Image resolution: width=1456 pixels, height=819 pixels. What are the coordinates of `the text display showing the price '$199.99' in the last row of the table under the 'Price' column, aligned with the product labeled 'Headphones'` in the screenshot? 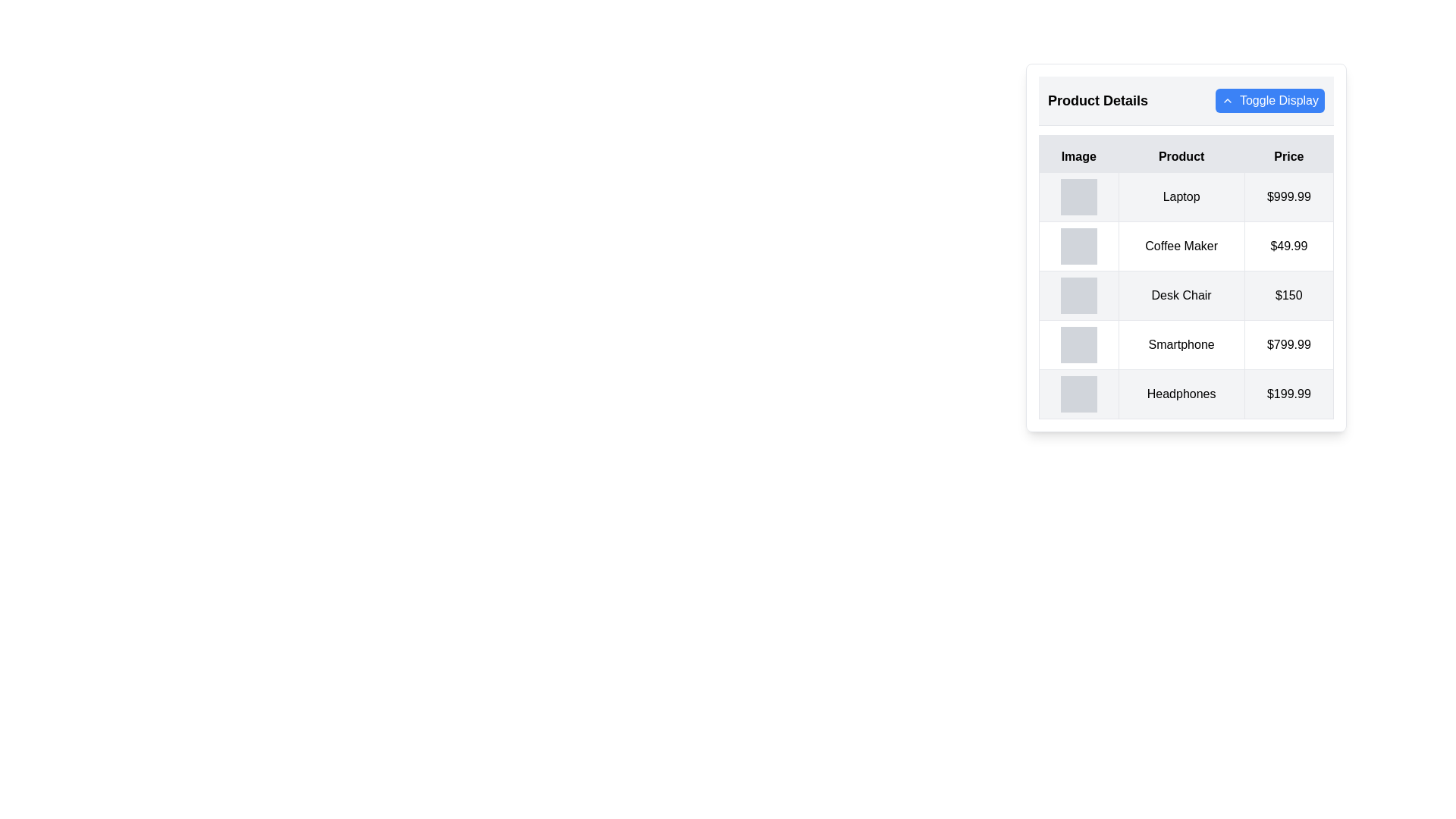 It's located at (1288, 394).